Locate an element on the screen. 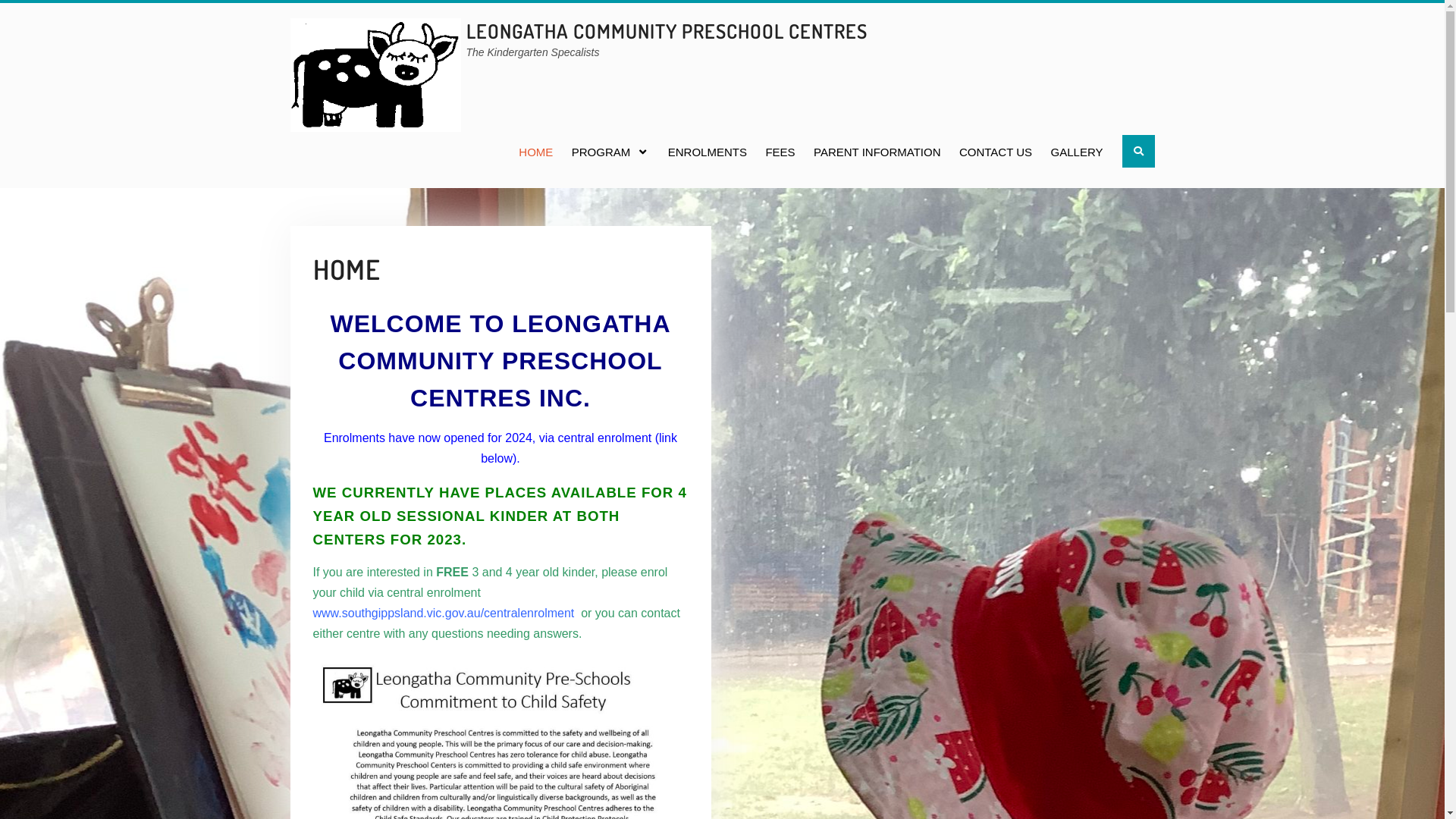  'ENROLMENTS' is located at coordinates (706, 152).